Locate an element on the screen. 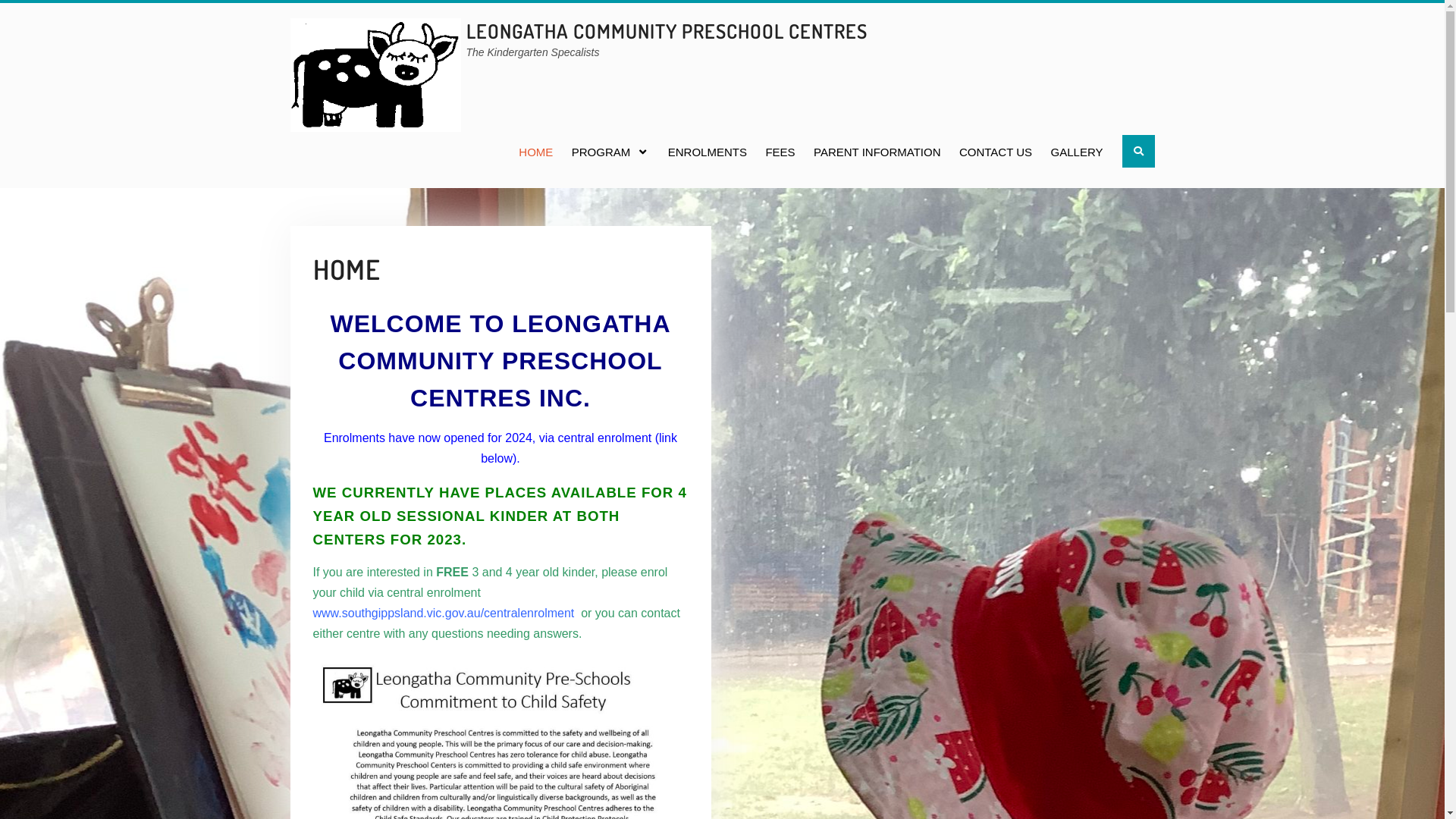  'ENROLMENTS' is located at coordinates (706, 152).